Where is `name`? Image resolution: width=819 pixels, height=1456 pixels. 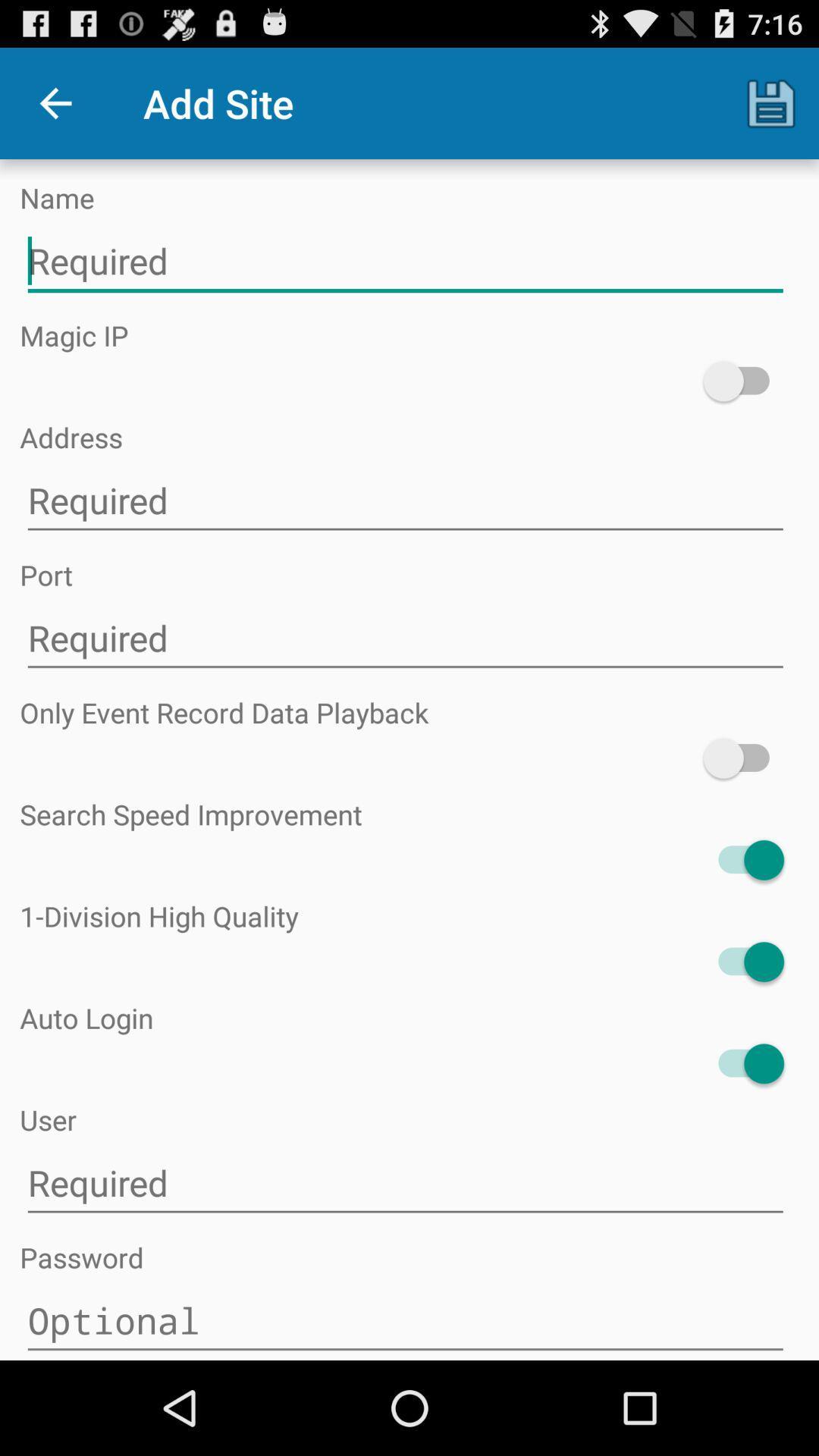 name is located at coordinates (404, 262).